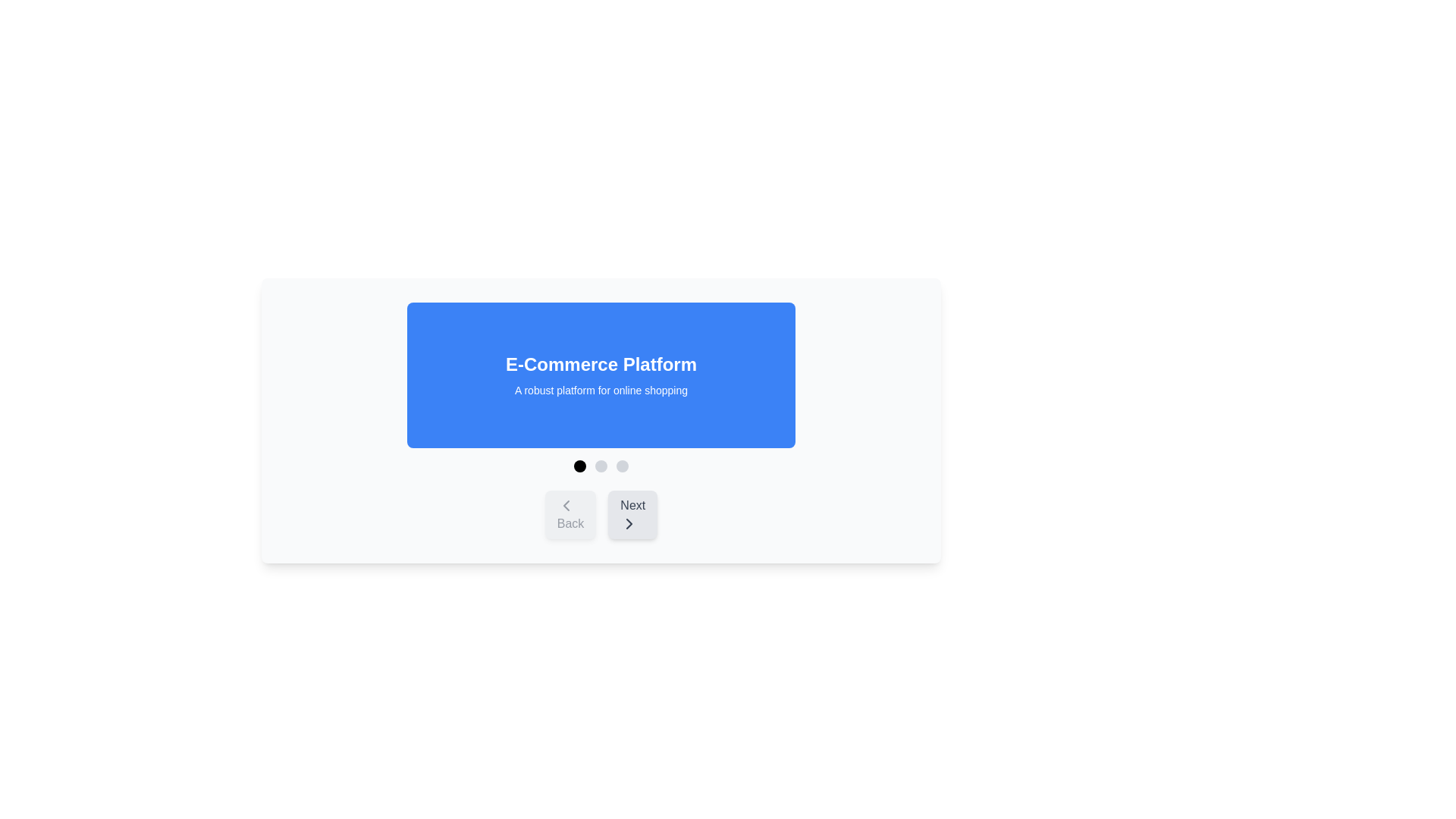 The image size is (1456, 819). Describe the element at coordinates (600, 465) in the screenshot. I see `the second Navigation Dot located below the blue box` at that location.